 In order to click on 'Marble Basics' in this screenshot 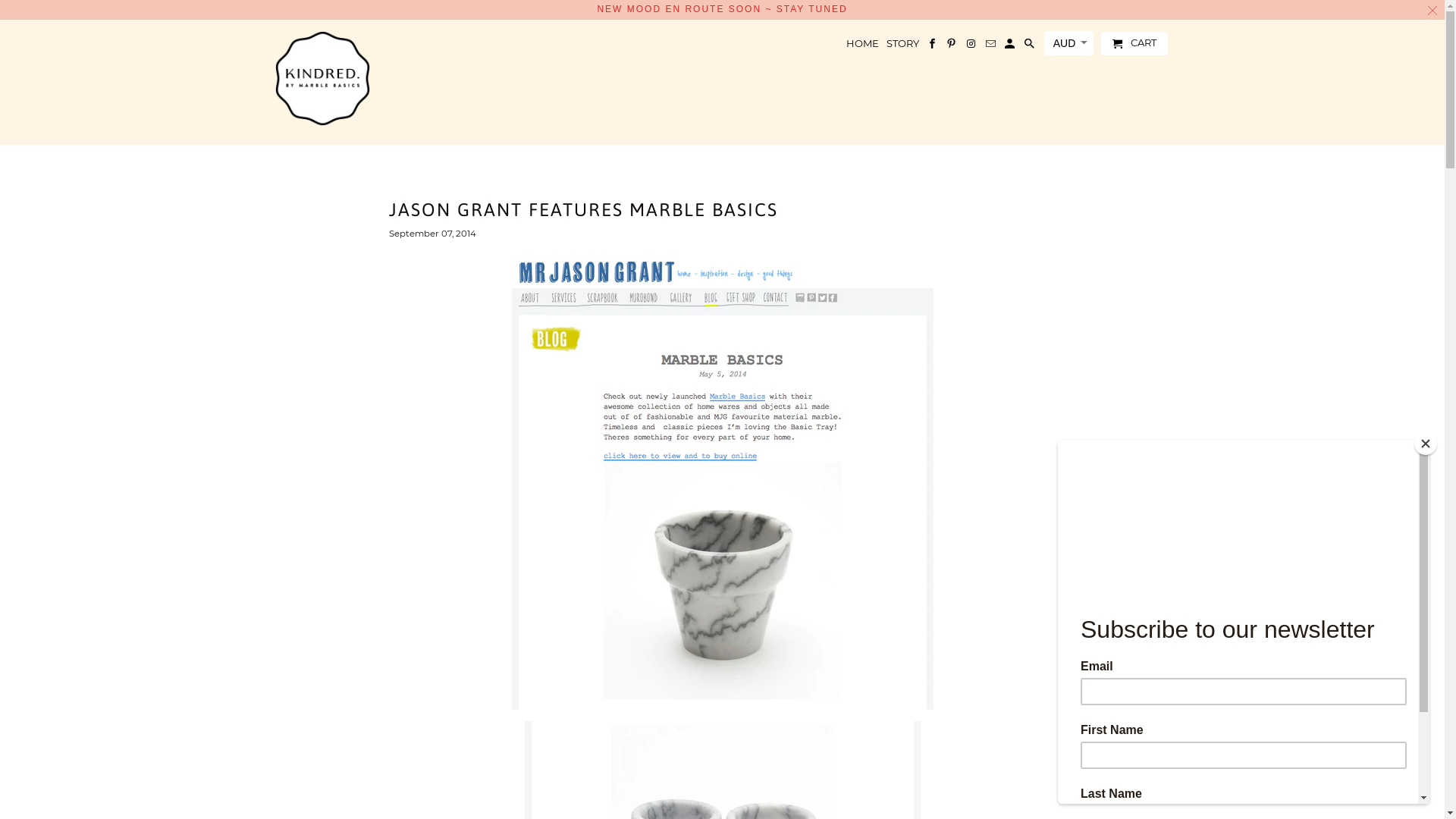, I will do `click(321, 78)`.